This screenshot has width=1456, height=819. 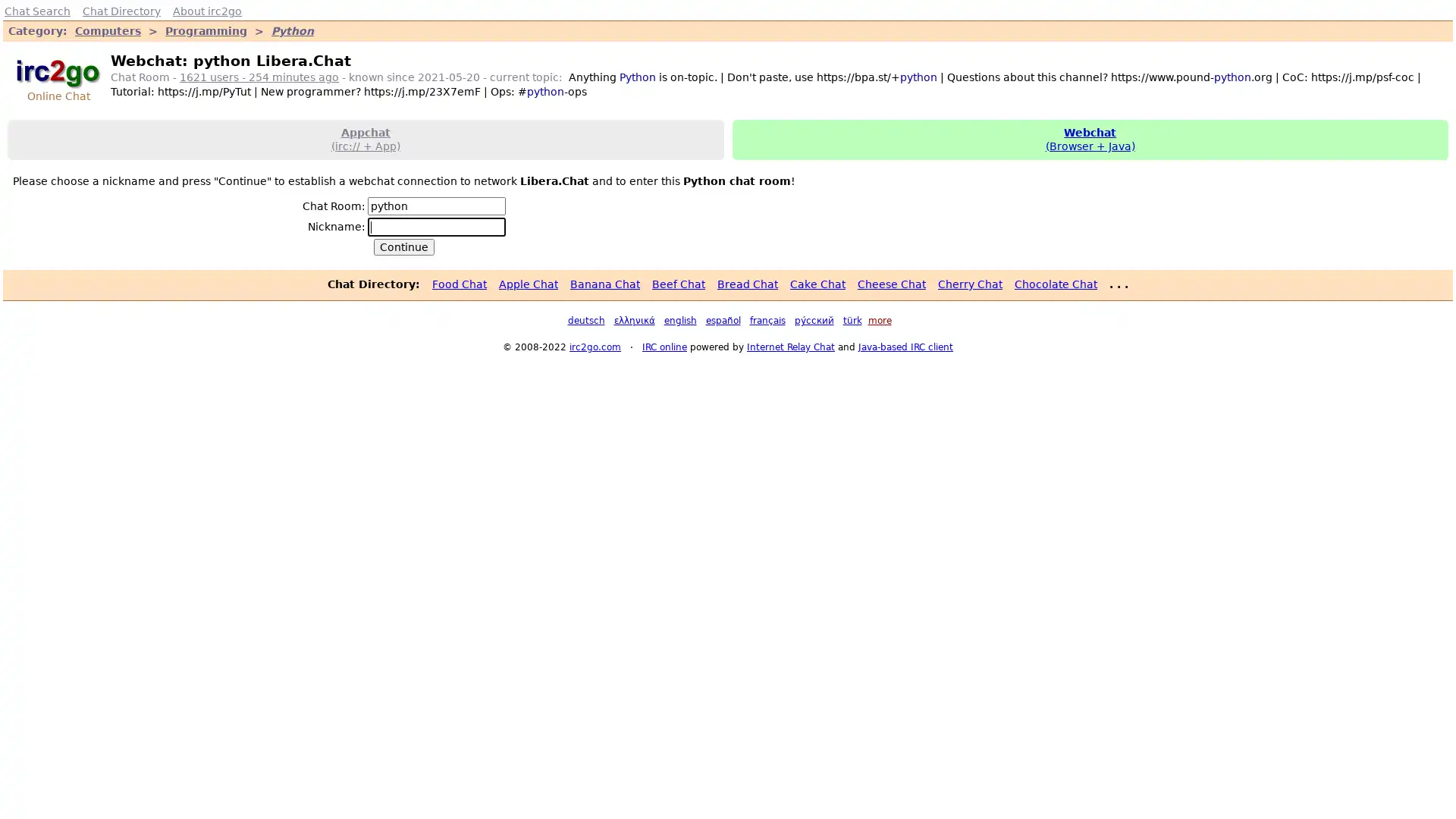 What do you see at coordinates (403, 245) in the screenshot?
I see `Continue` at bounding box center [403, 245].